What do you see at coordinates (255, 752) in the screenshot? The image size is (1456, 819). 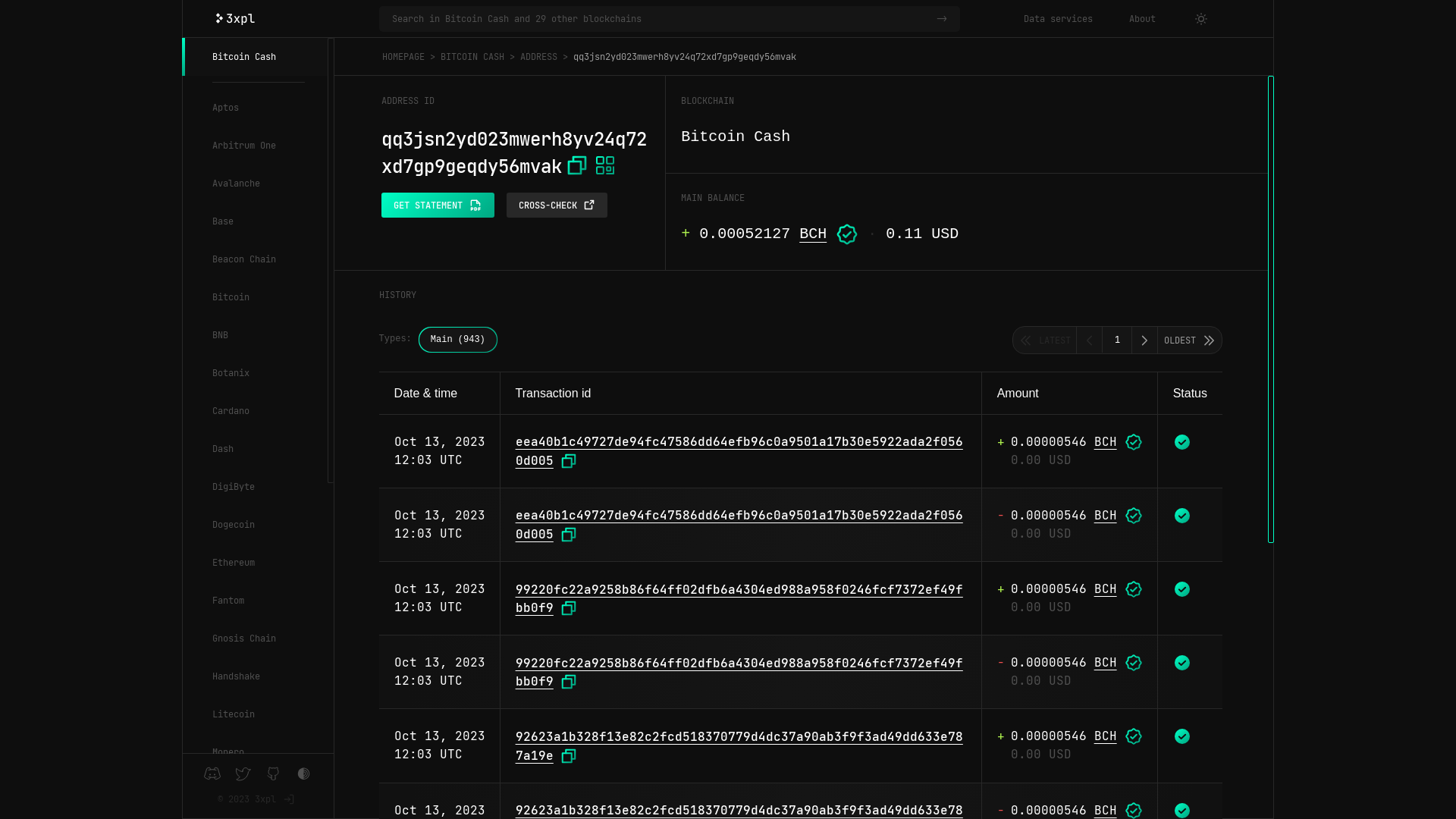 I see `'Monero'` at bounding box center [255, 752].